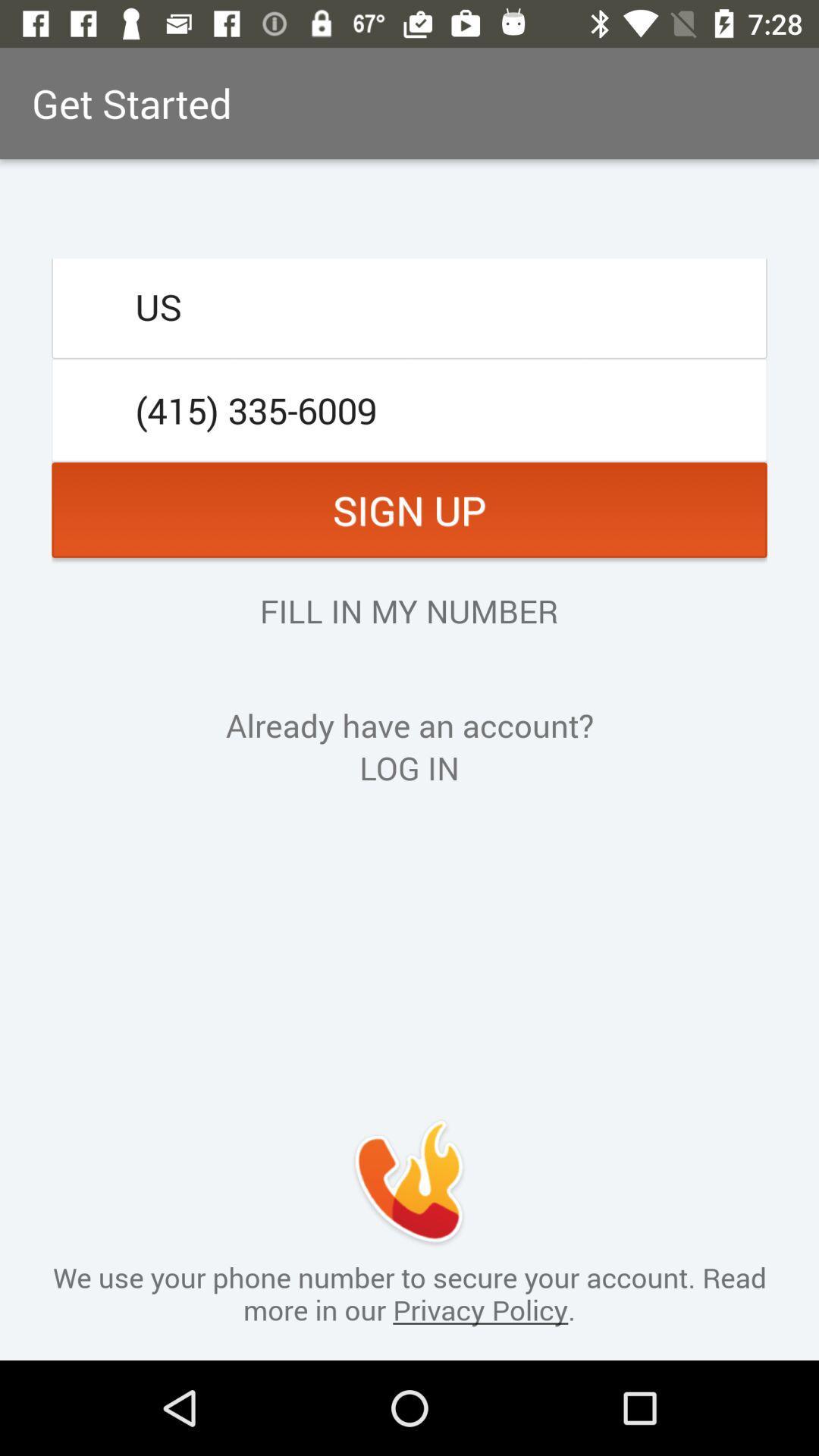  What do you see at coordinates (409, 510) in the screenshot?
I see `the sign up` at bounding box center [409, 510].